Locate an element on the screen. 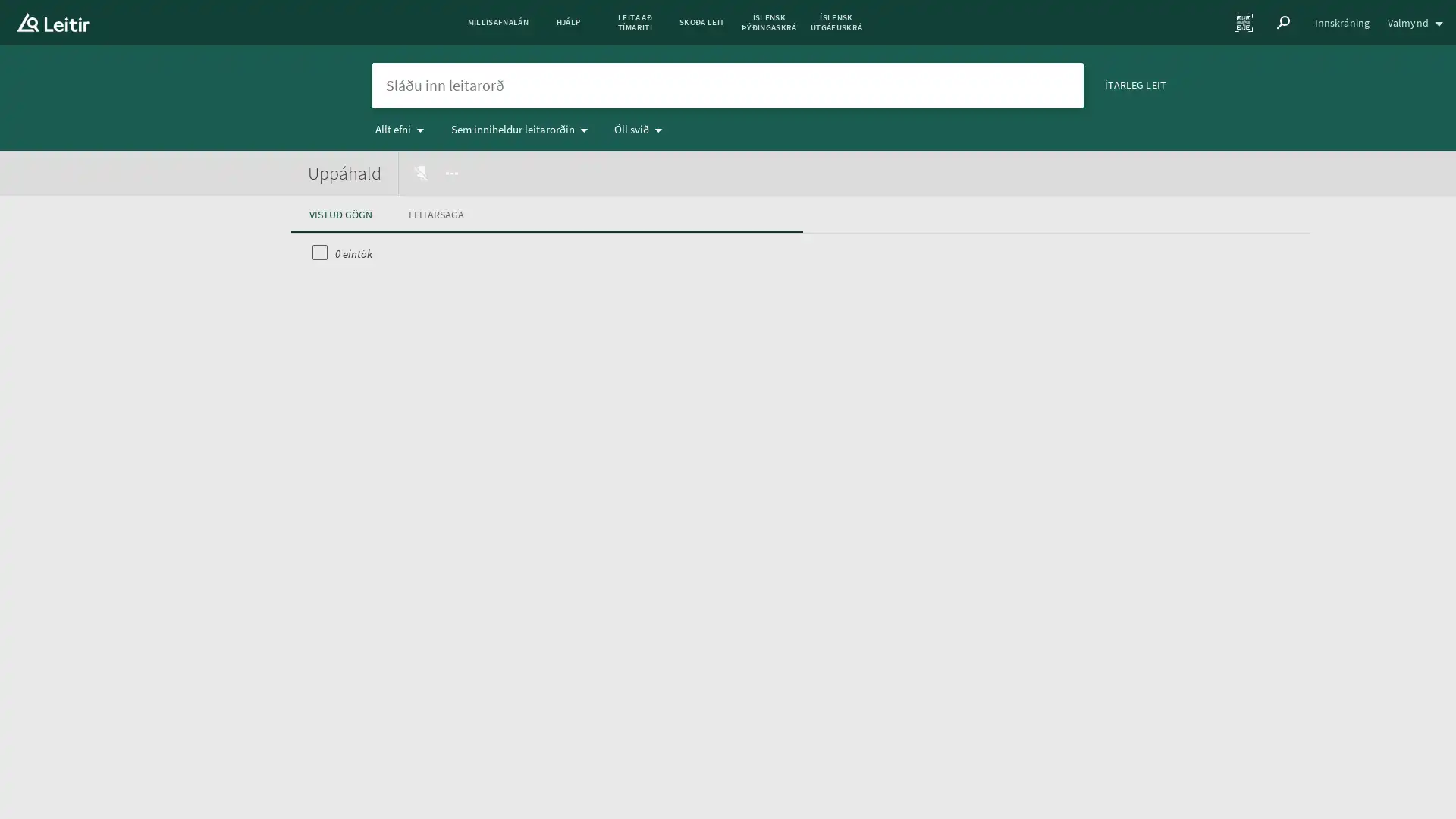  Itarleg leit is located at coordinates (1135, 84).